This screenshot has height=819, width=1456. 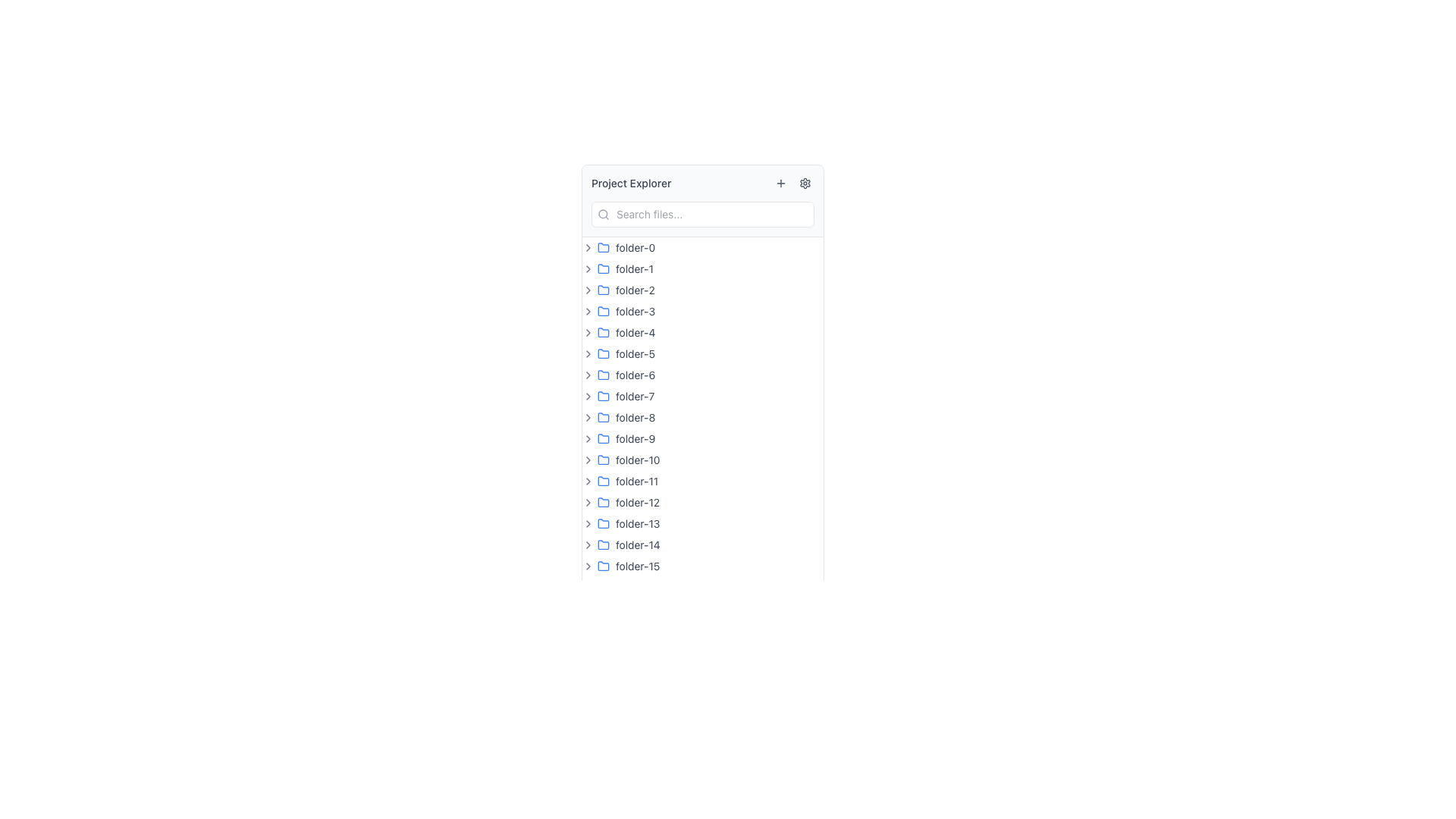 I want to click on the blue folder icon located to the left of the text label 'folder-15' in the vertical file explorer layout, so click(x=603, y=565).